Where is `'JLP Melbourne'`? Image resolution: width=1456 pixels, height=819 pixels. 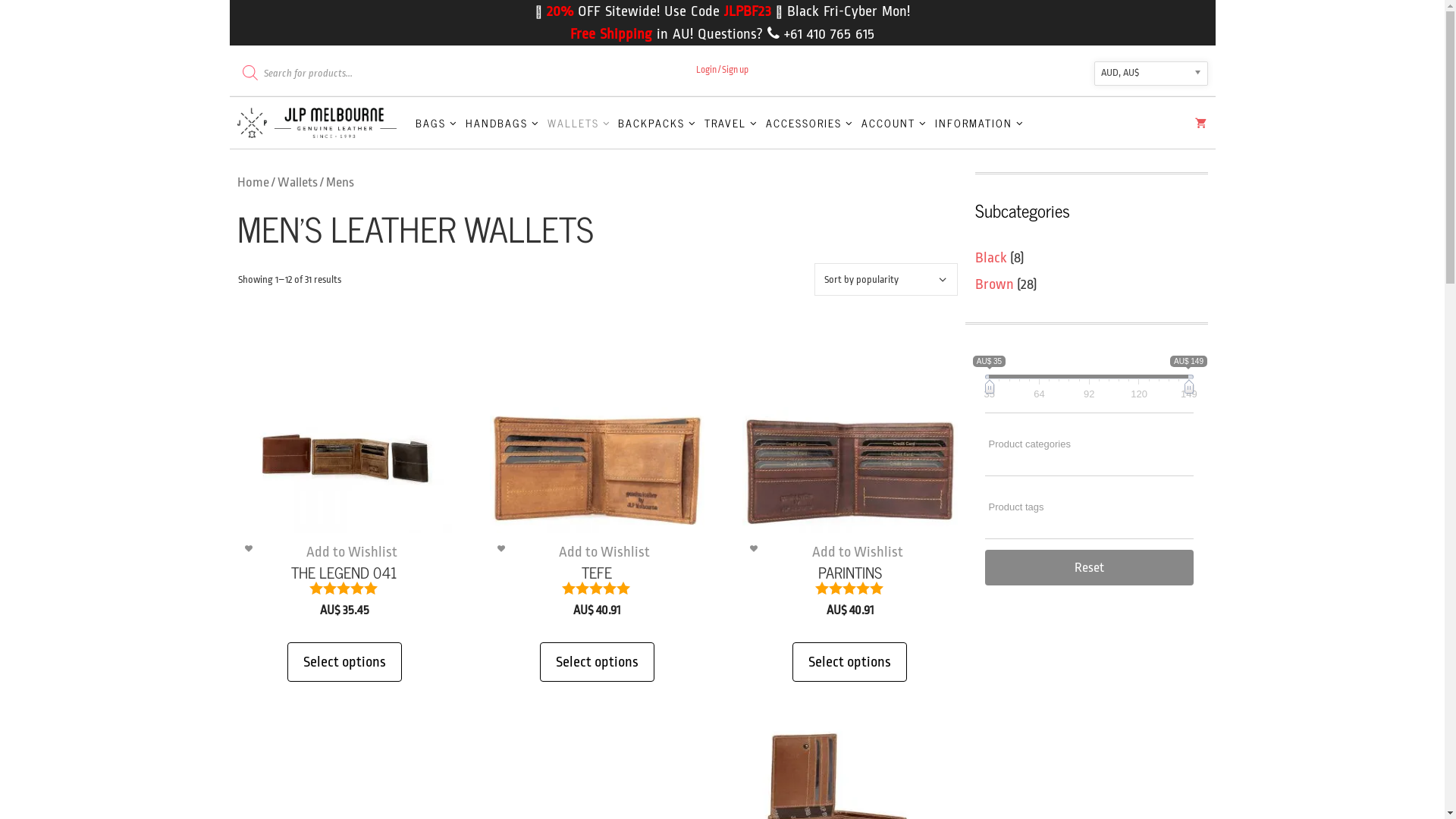
'JLP Melbourne' is located at coordinates (319, 122).